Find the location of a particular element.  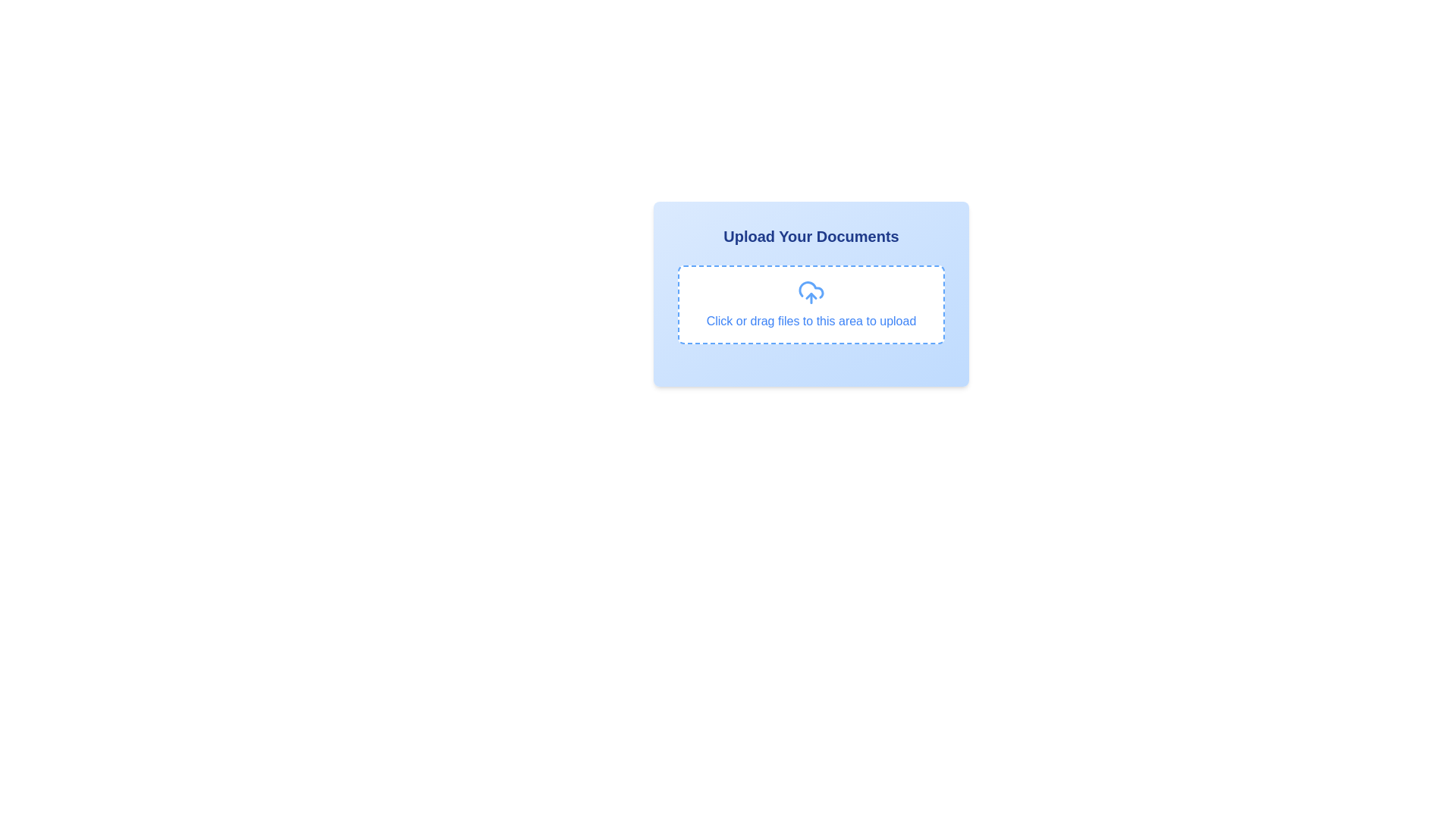

files into the file upload area, which is a light blue box with rounded corners, containing the text 'Click or drag files is located at coordinates (811, 294).